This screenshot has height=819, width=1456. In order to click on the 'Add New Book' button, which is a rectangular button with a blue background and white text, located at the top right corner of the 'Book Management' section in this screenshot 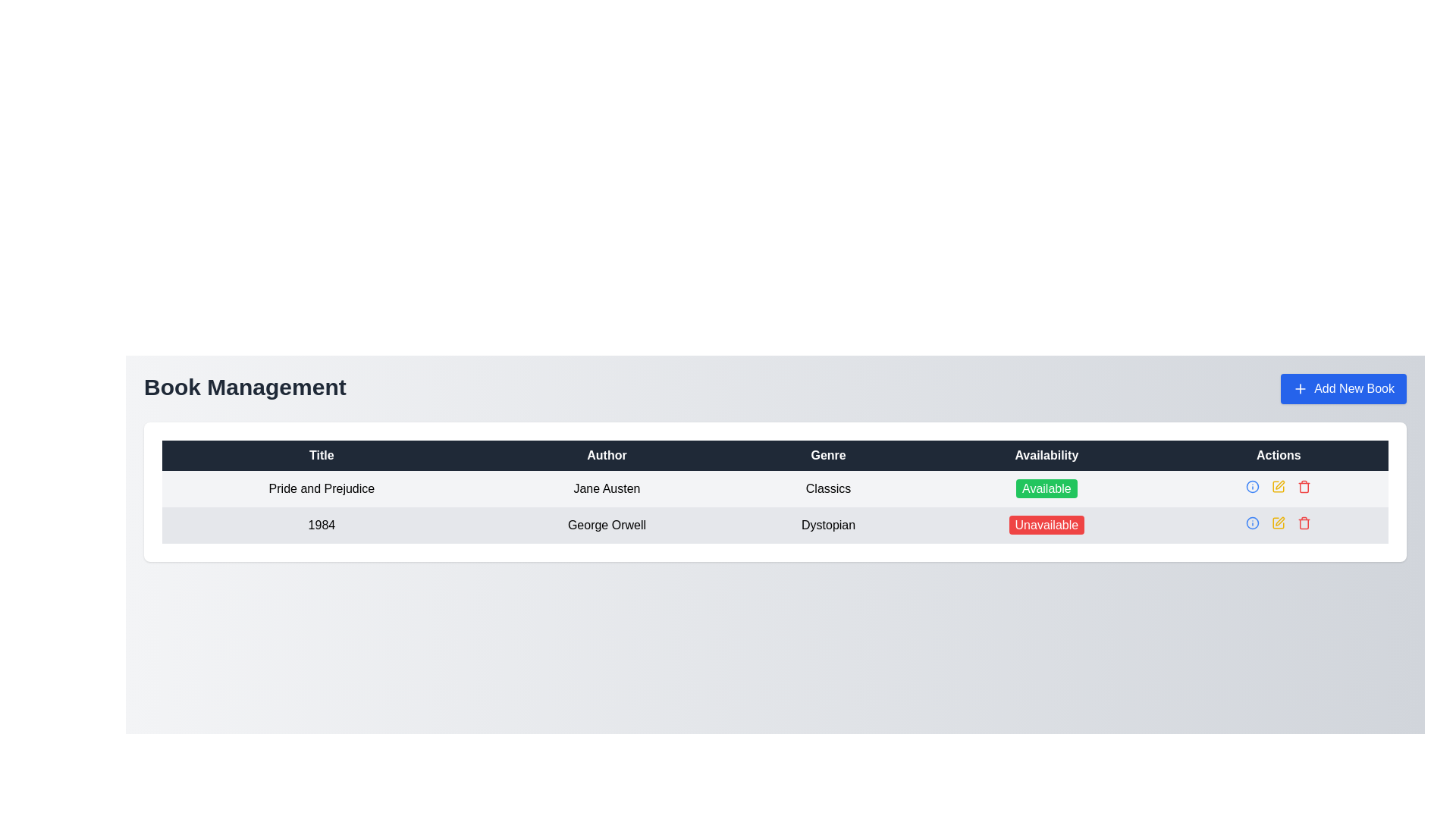, I will do `click(1344, 388)`.